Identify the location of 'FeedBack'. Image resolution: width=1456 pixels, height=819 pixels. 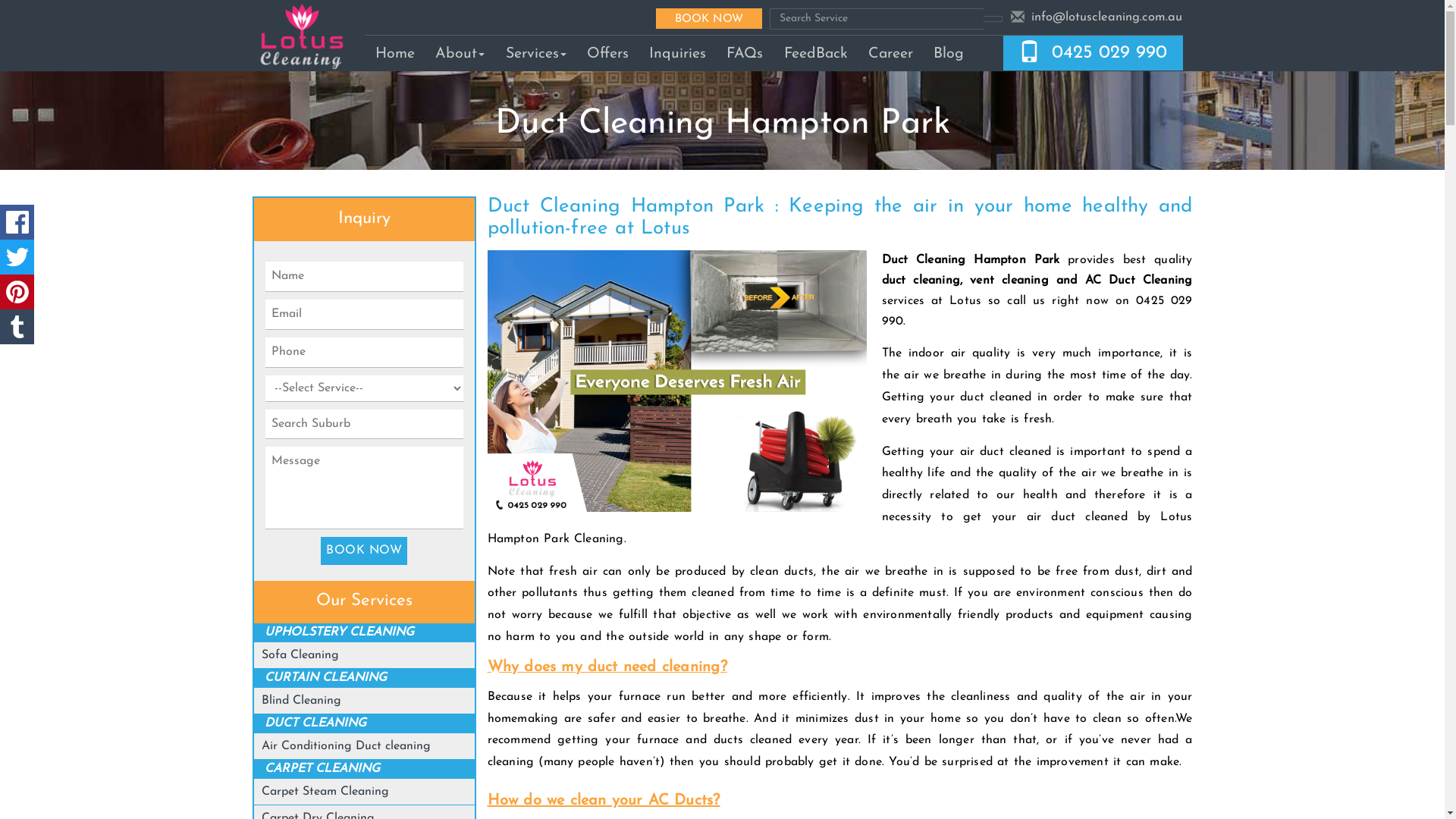
(814, 52).